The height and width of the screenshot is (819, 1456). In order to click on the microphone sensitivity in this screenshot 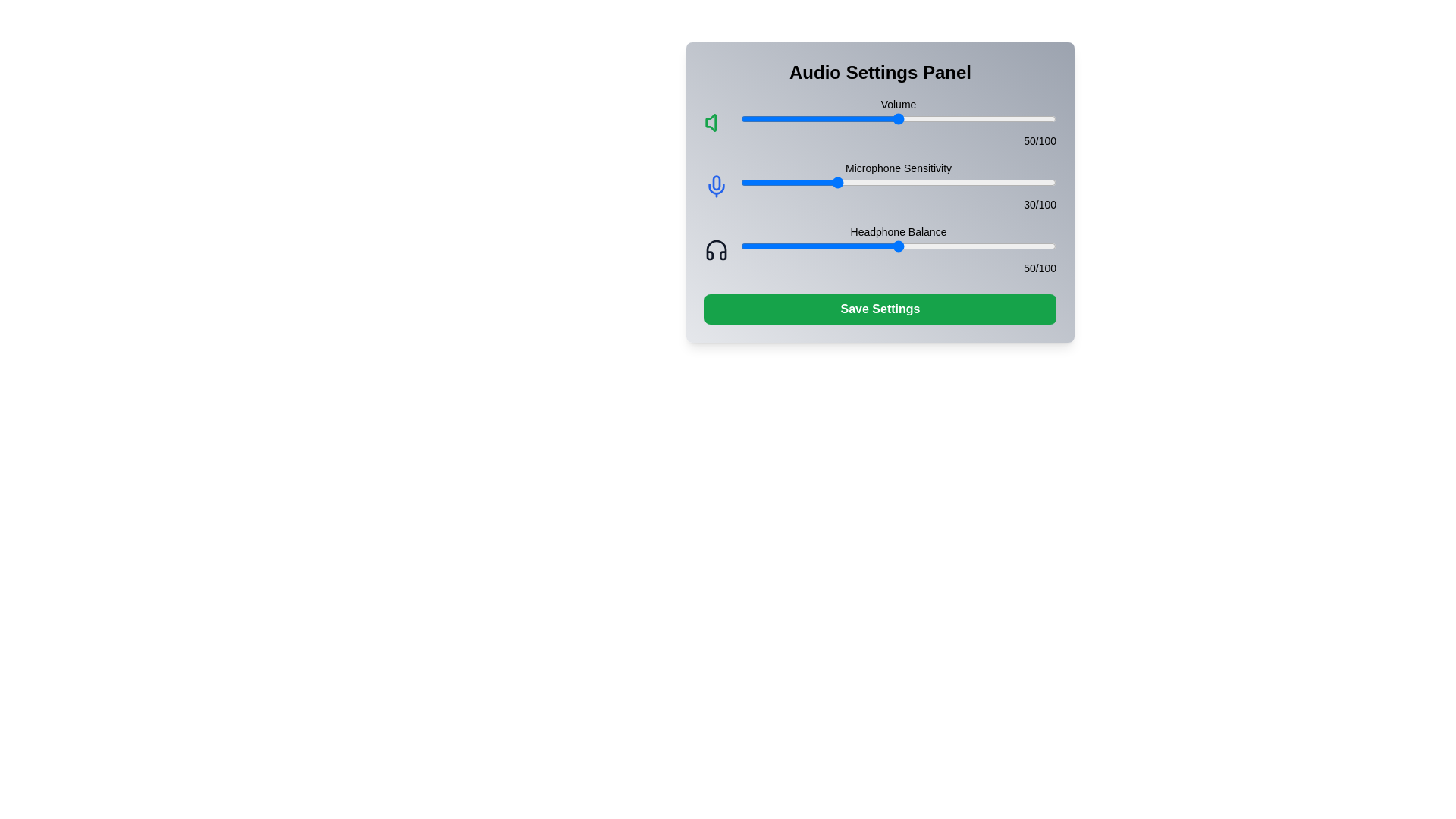, I will do `click(851, 181)`.